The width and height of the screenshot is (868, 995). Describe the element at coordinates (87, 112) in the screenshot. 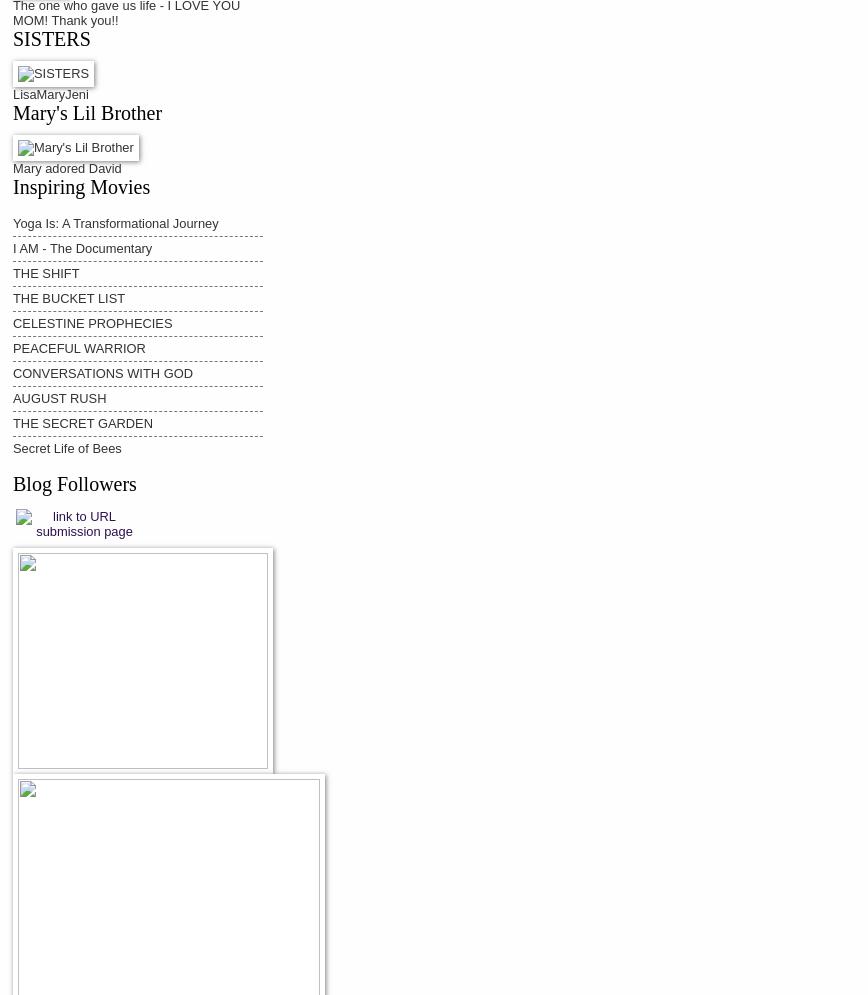

I see `'Mary's  Lil Brother'` at that location.